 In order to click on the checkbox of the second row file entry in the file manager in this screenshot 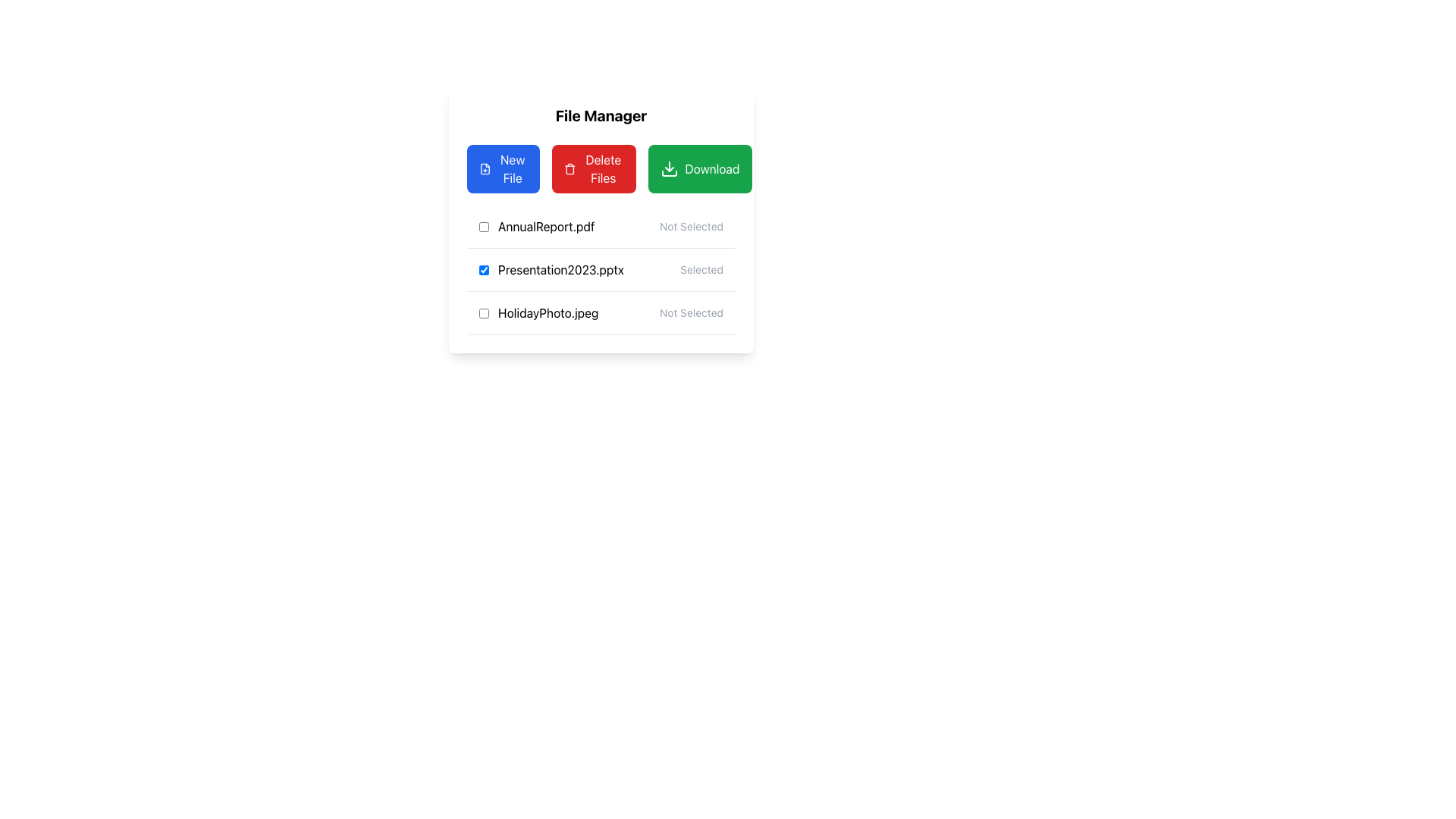, I will do `click(600, 269)`.